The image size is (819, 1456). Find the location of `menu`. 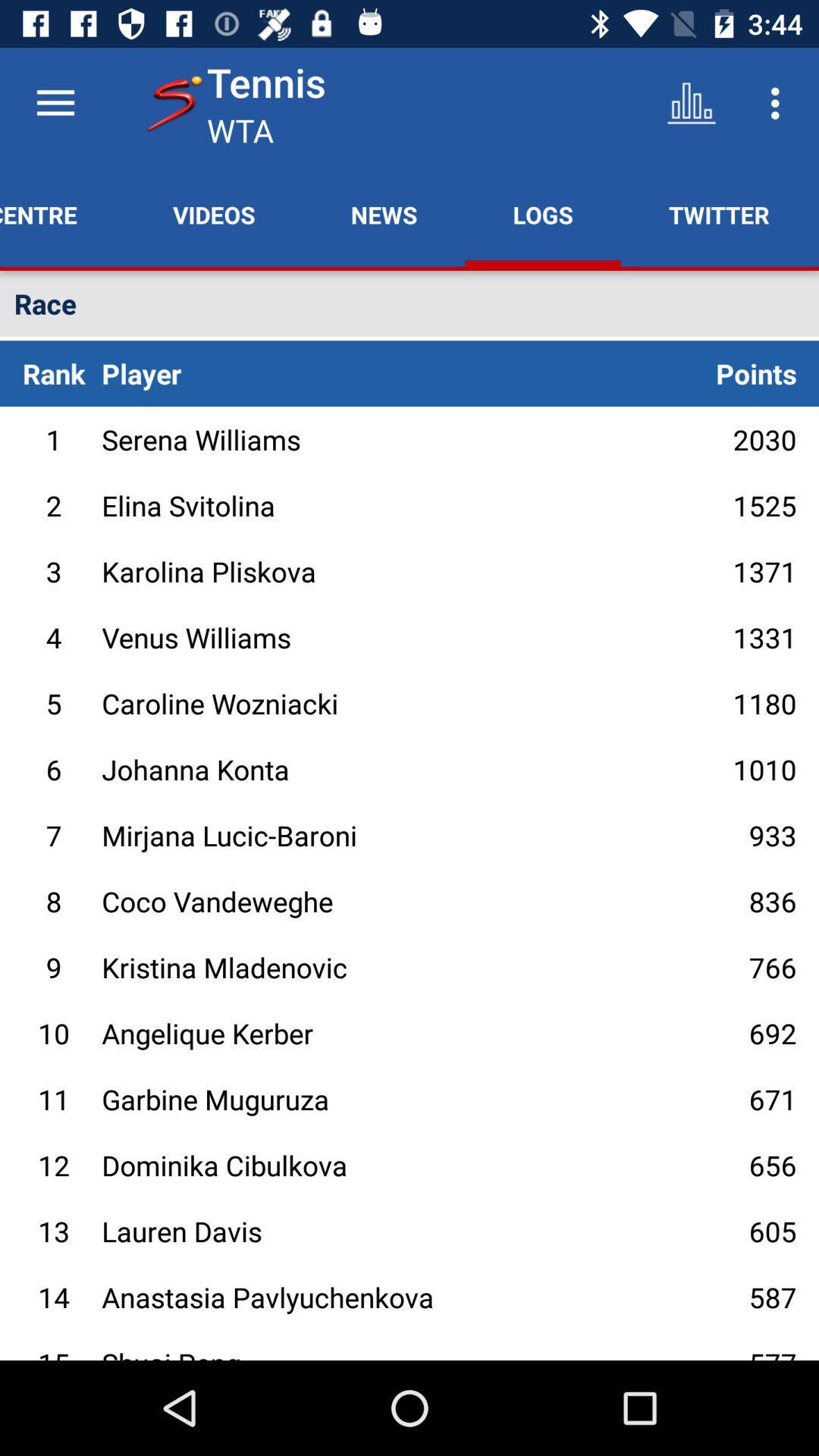

menu is located at coordinates (55, 102).